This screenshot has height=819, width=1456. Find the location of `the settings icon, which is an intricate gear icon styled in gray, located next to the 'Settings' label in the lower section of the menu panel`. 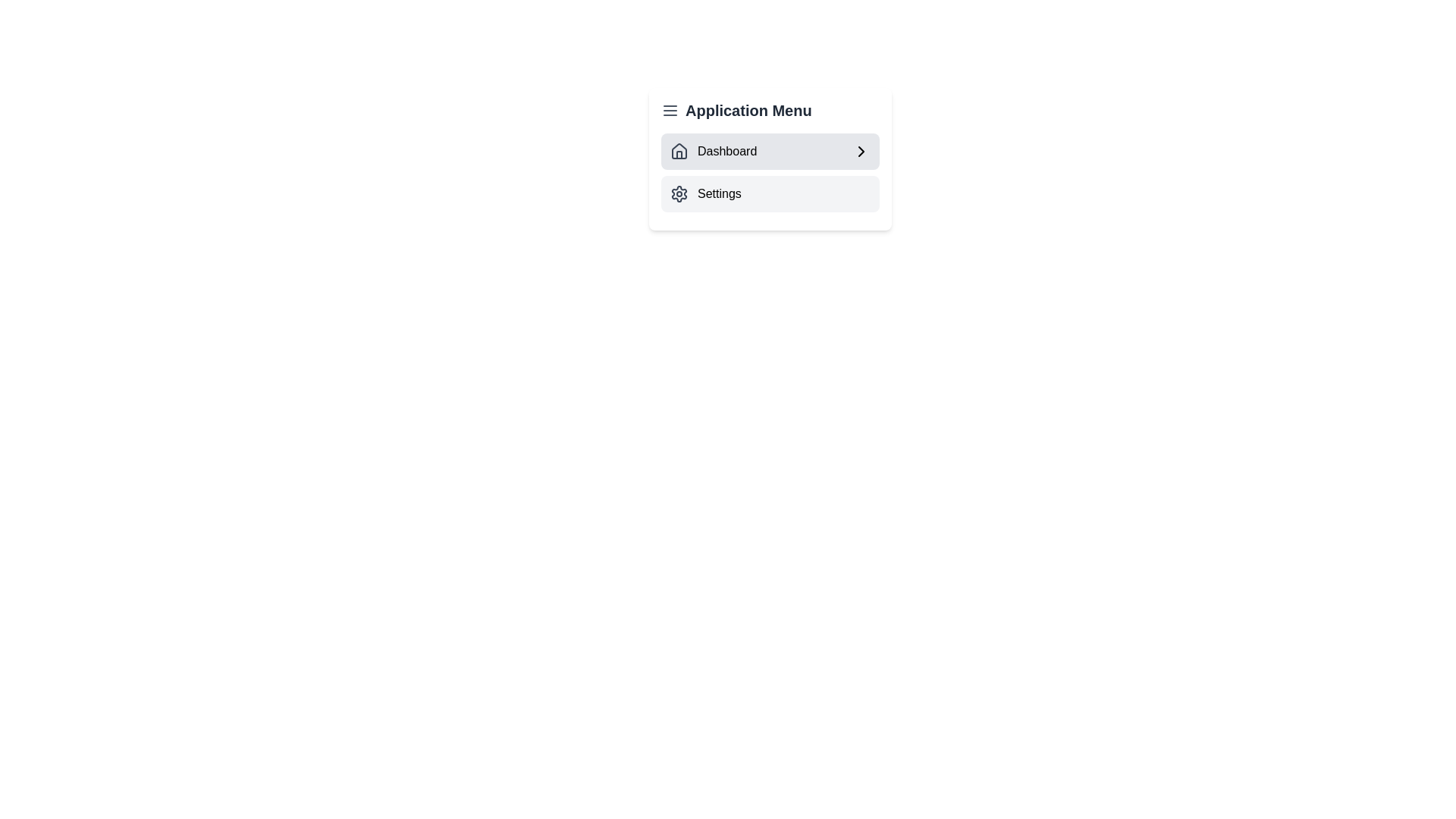

the settings icon, which is an intricate gear icon styled in gray, located next to the 'Settings' label in the lower section of the menu panel is located at coordinates (679, 193).